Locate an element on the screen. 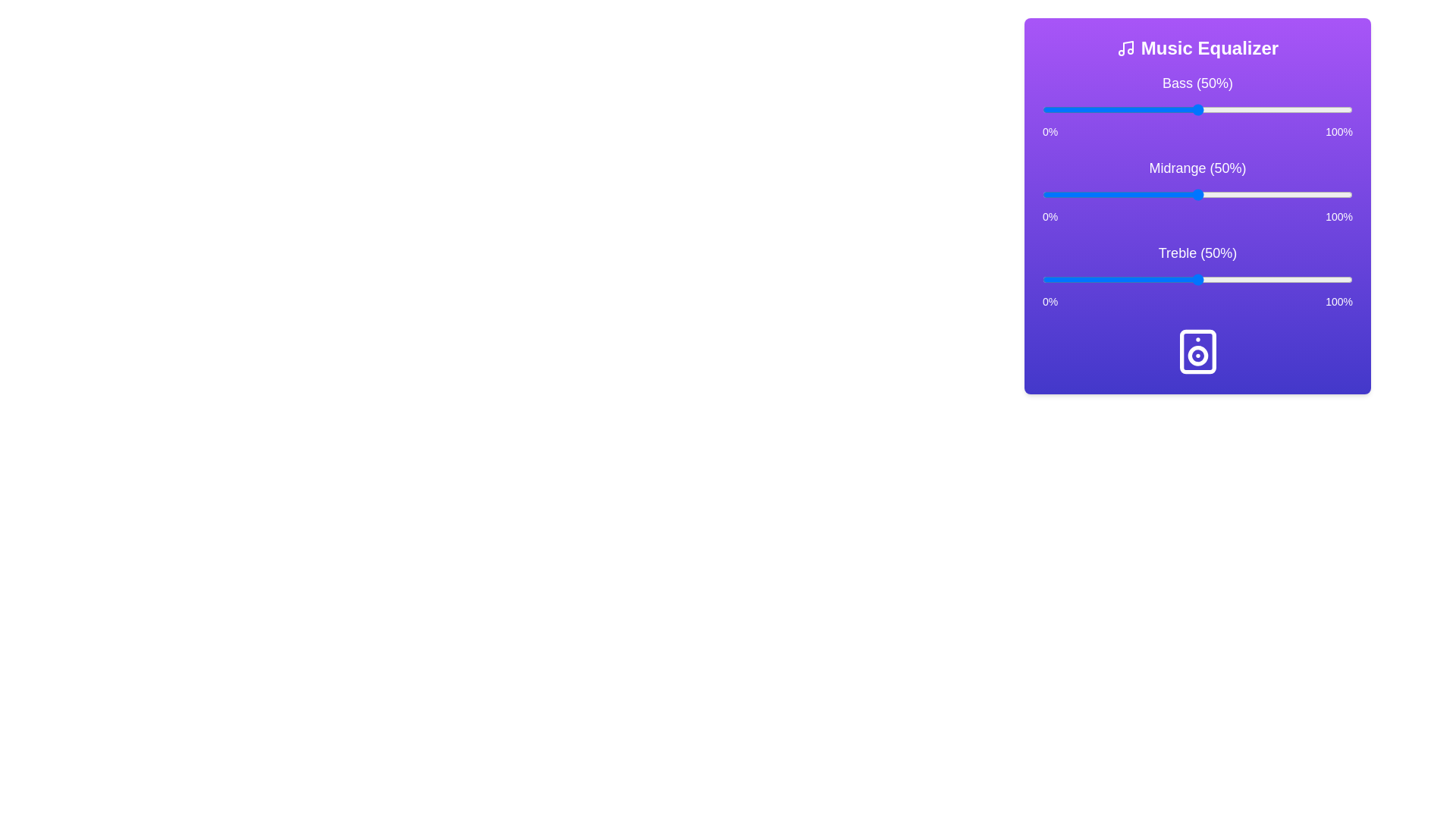  the bass slider to 41% is located at coordinates (1169, 109).